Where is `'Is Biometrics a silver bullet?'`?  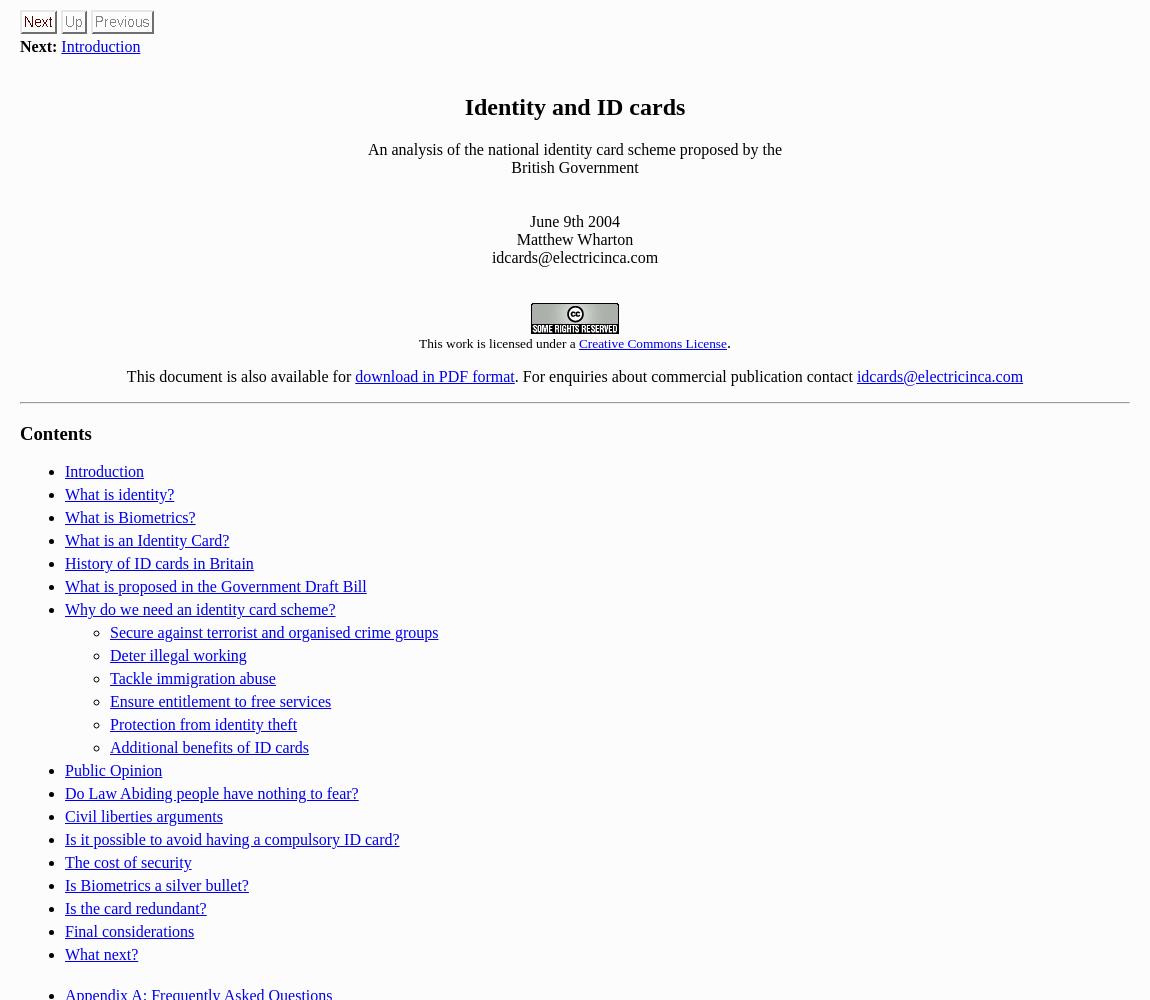
'Is Biometrics a silver bullet?' is located at coordinates (155, 885).